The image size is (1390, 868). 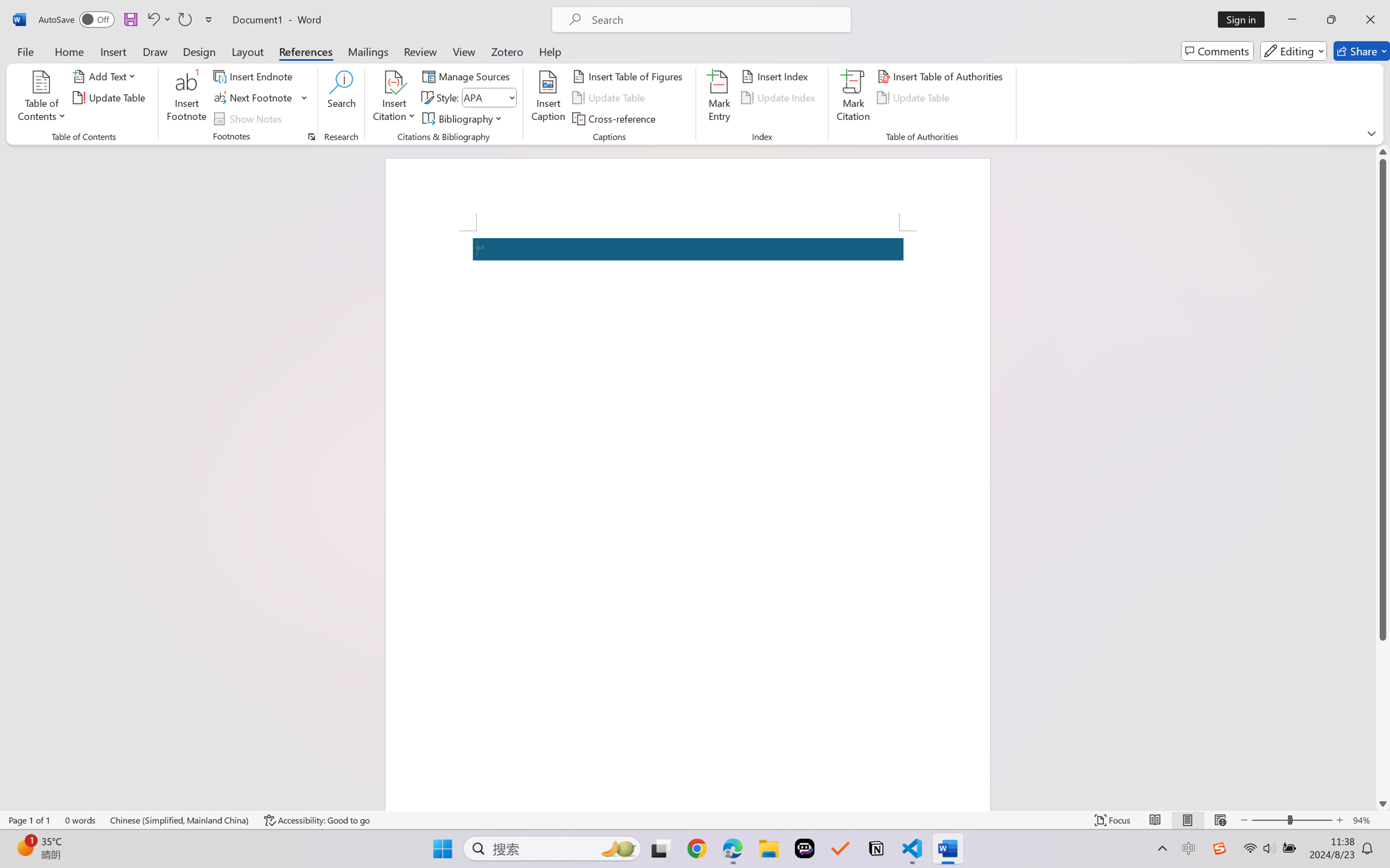 I want to click on 'Cross-reference...', so click(x=616, y=119).